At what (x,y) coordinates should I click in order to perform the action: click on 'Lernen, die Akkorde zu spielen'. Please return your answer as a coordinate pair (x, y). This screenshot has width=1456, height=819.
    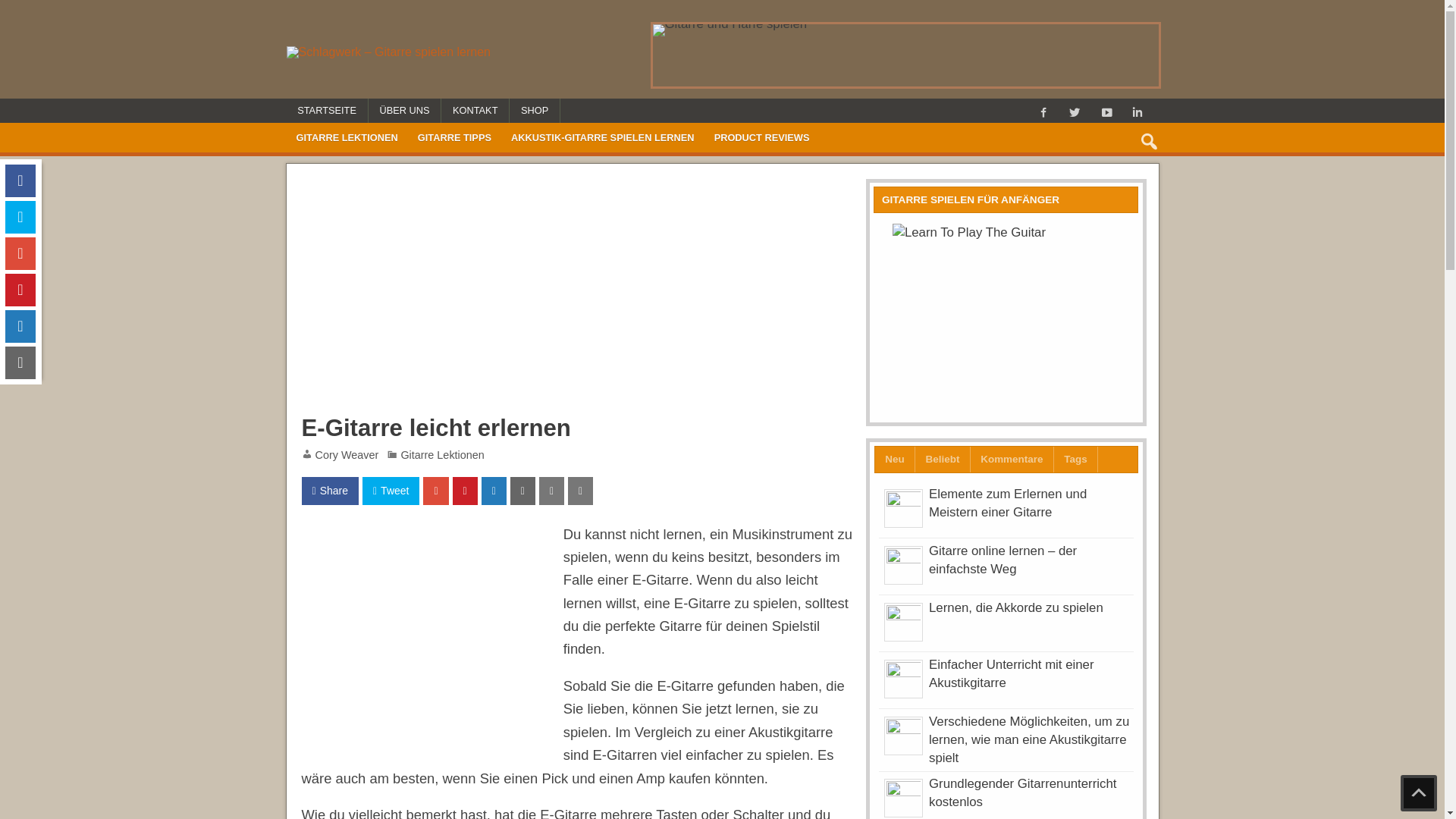
    Looking at the image, I should click on (1015, 607).